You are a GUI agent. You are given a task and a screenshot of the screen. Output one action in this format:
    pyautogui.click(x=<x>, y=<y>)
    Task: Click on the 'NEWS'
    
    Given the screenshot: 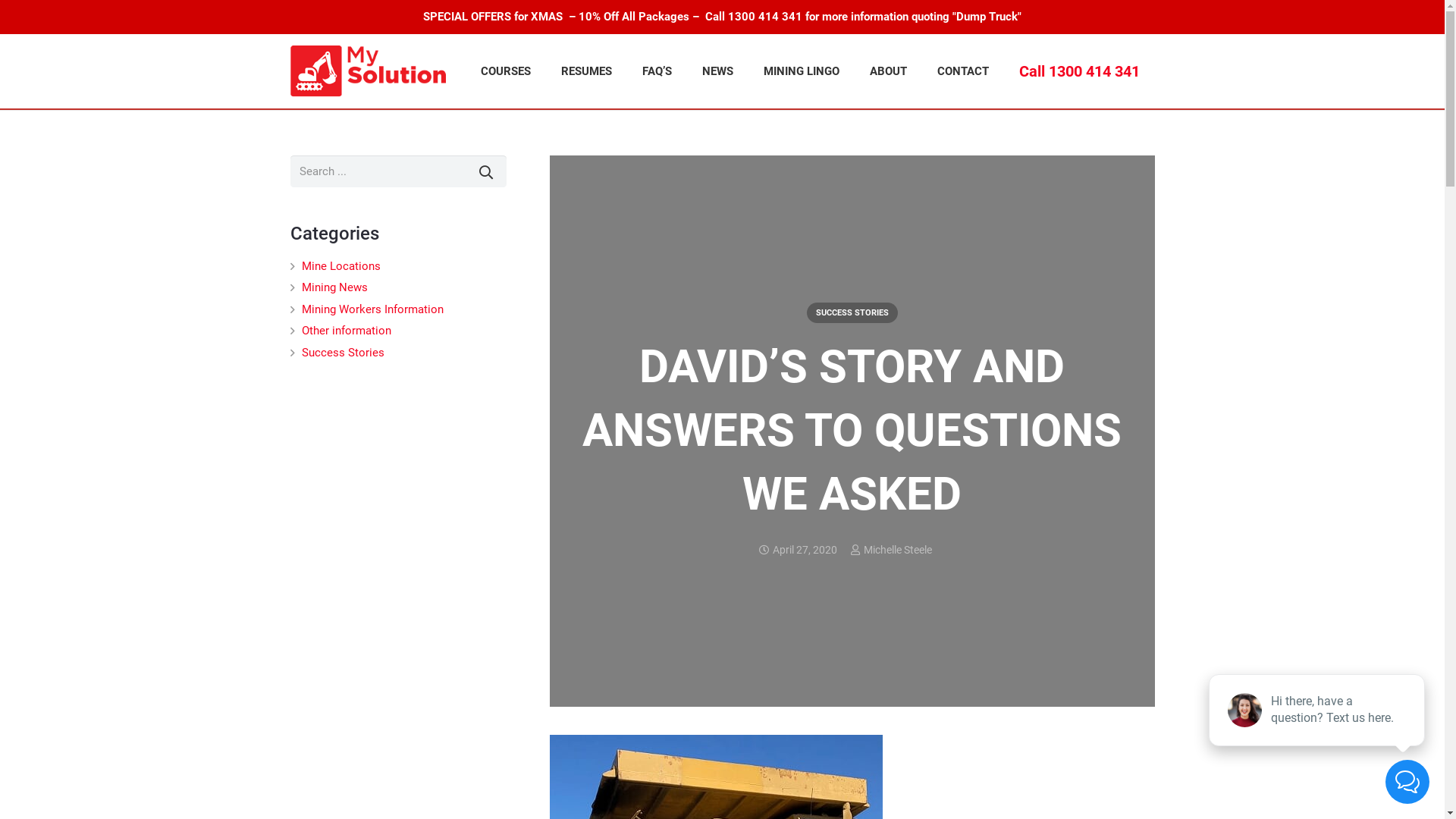 What is the action you would take?
    pyautogui.click(x=686, y=71)
    